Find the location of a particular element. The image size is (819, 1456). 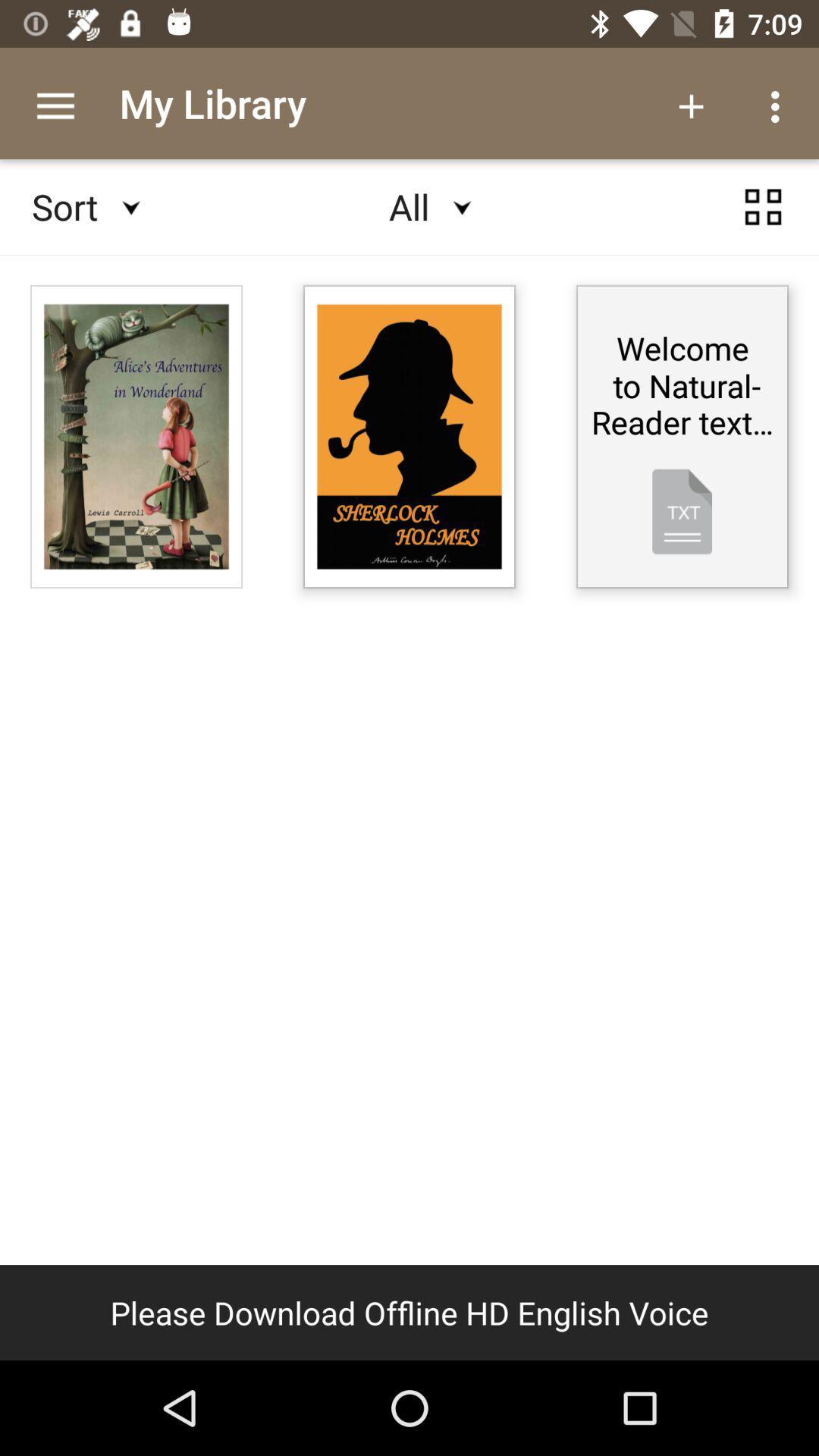

the dashboard icon is located at coordinates (763, 221).